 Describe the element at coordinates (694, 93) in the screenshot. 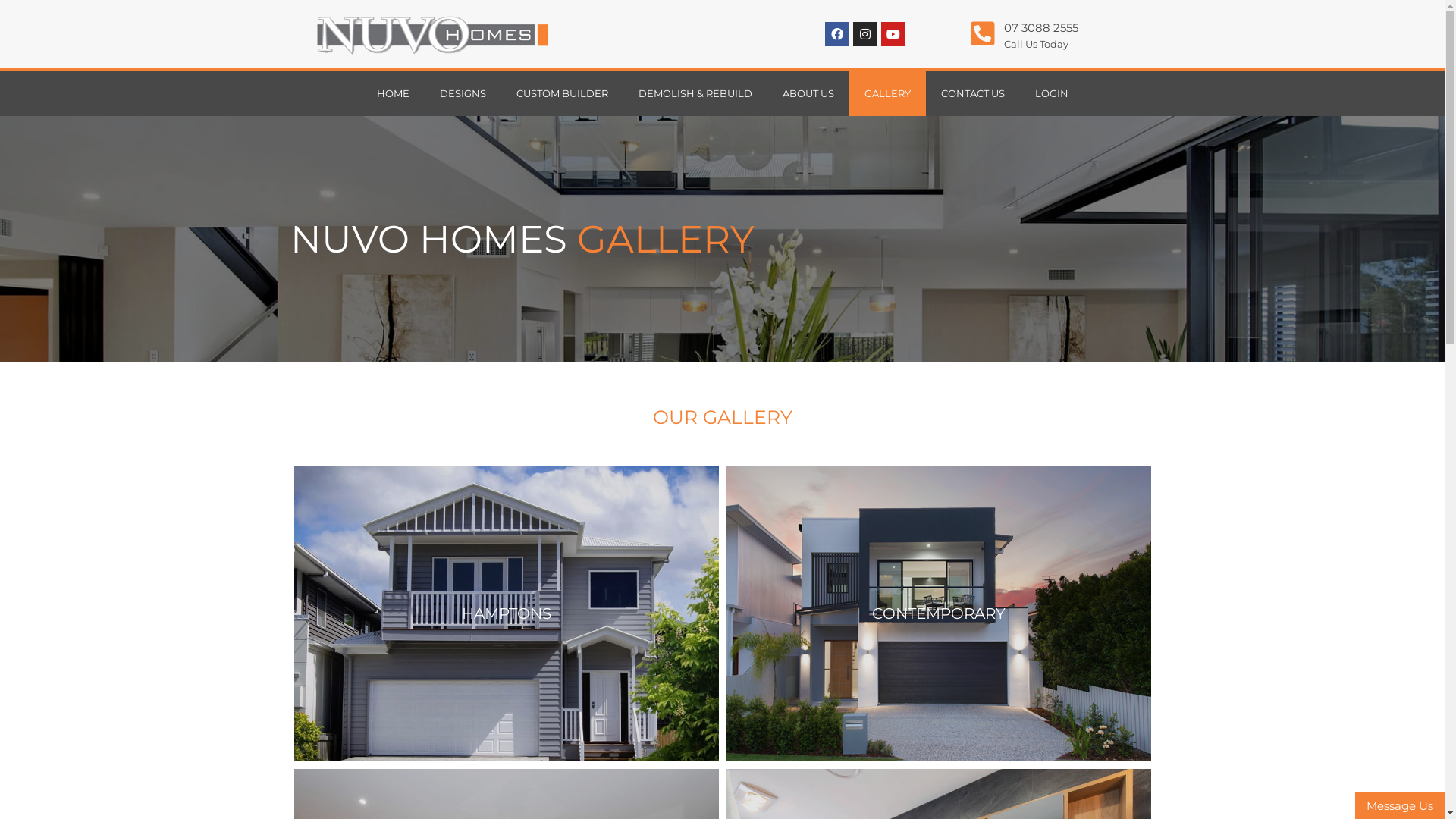

I see `'DEMOLISH & REBUILD'` at that location.